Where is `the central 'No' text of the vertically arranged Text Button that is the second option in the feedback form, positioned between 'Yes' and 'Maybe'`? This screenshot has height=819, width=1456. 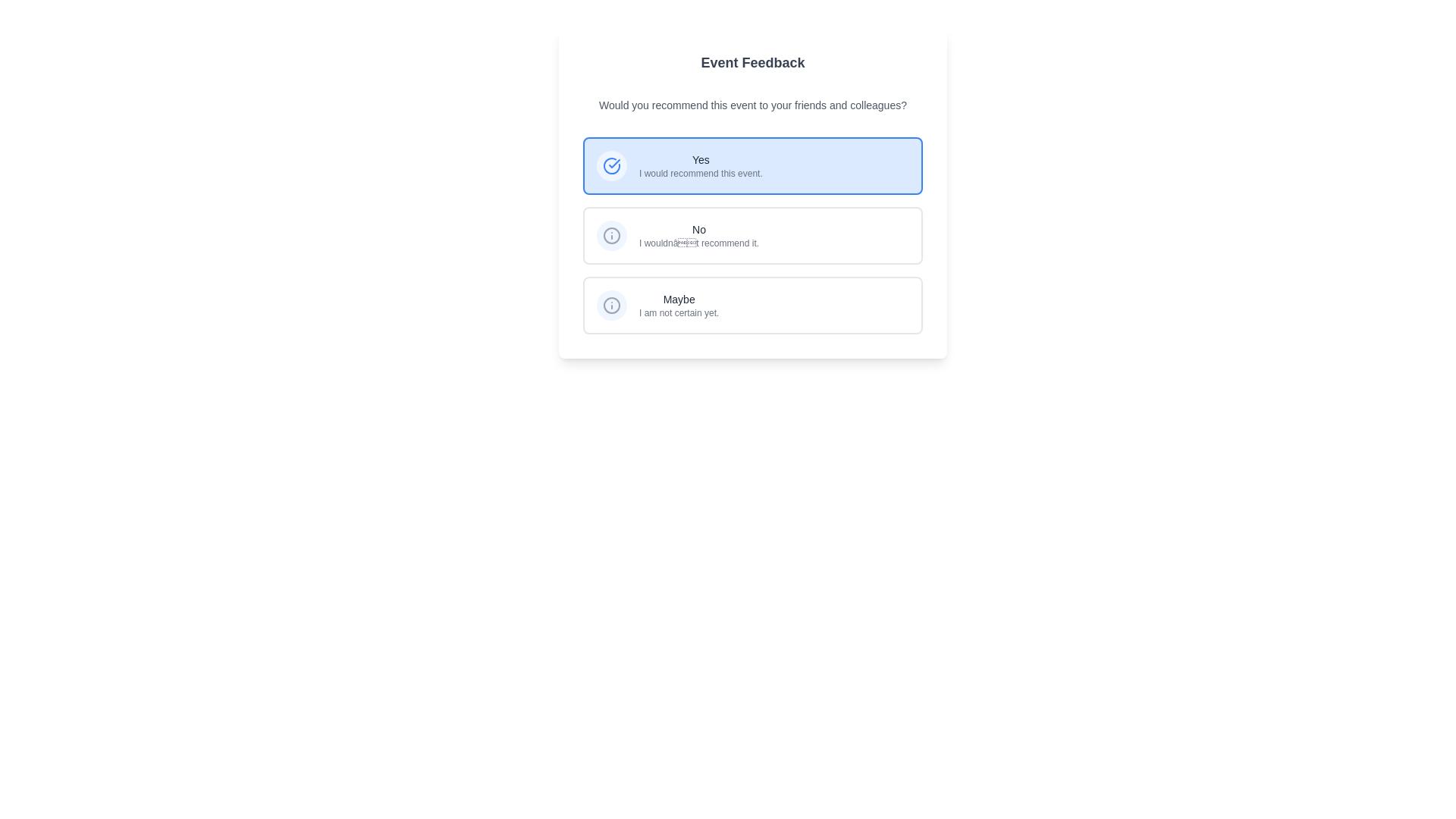 the central 'No' text of the vertically arranged Text Button that is the second option in the feedback form, positioned between 'Yes' and 'Maybe' is located at coordinates (698, 236).